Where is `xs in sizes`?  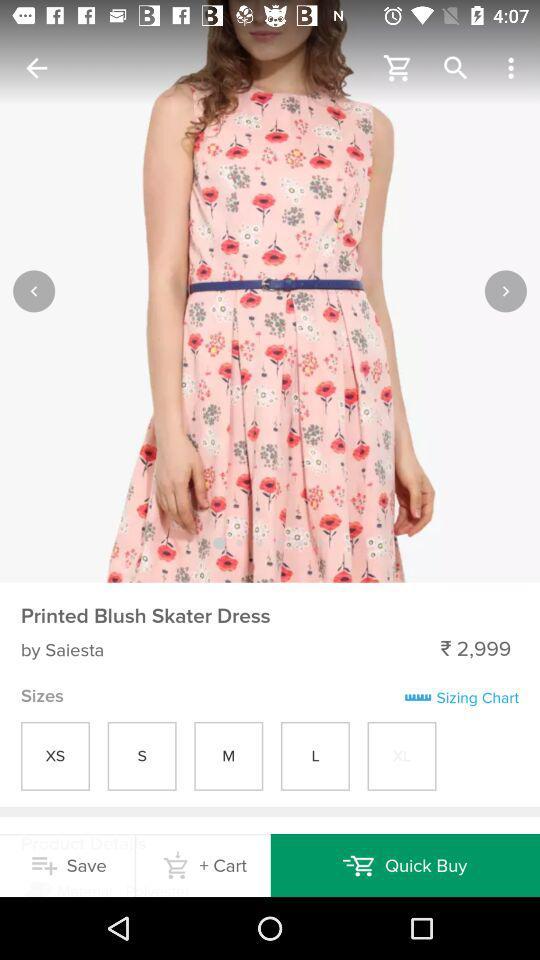
xs in sizes is located at coordinates (55, 755).